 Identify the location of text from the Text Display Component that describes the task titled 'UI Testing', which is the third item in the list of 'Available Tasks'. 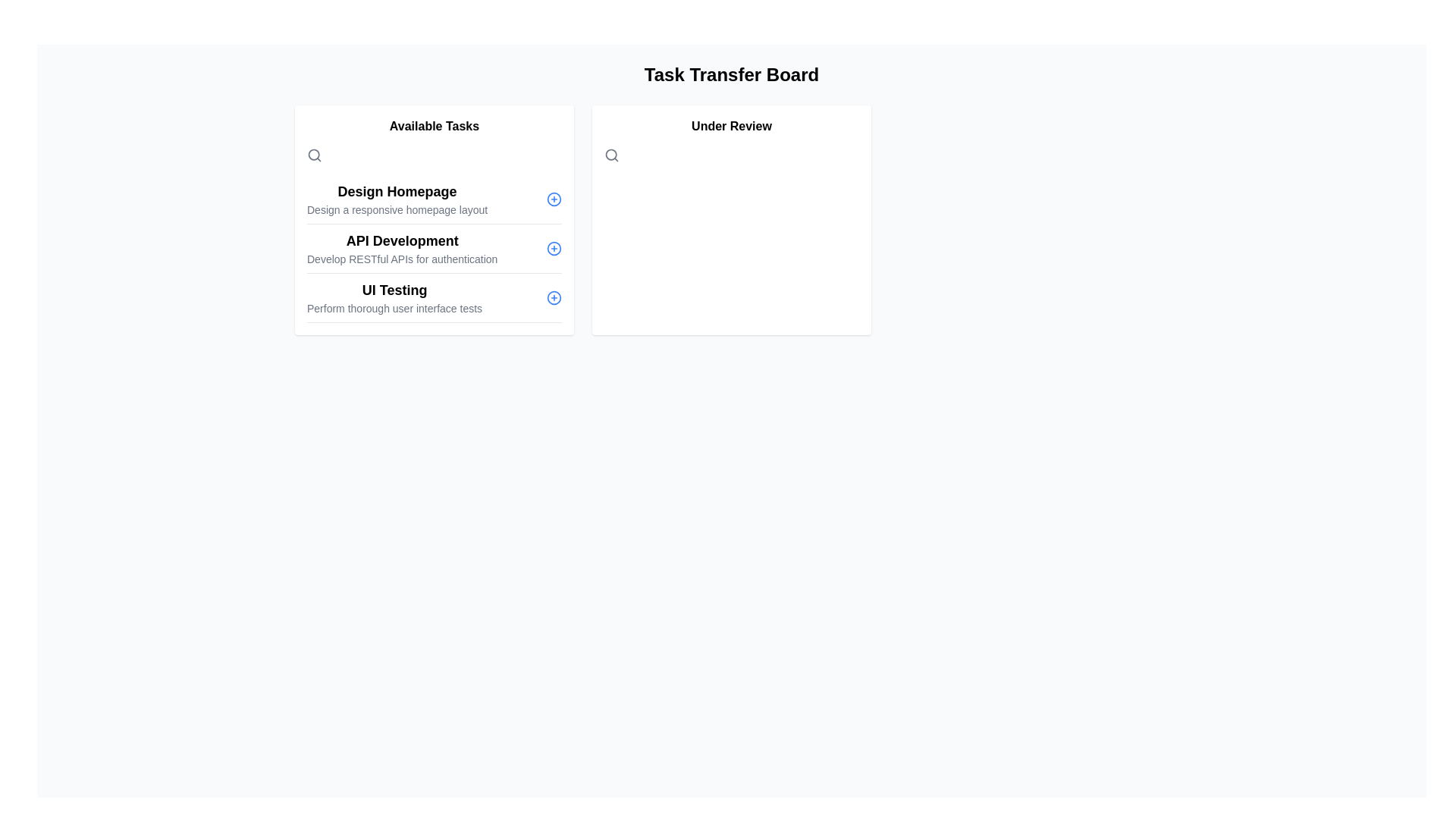
(394, 298).